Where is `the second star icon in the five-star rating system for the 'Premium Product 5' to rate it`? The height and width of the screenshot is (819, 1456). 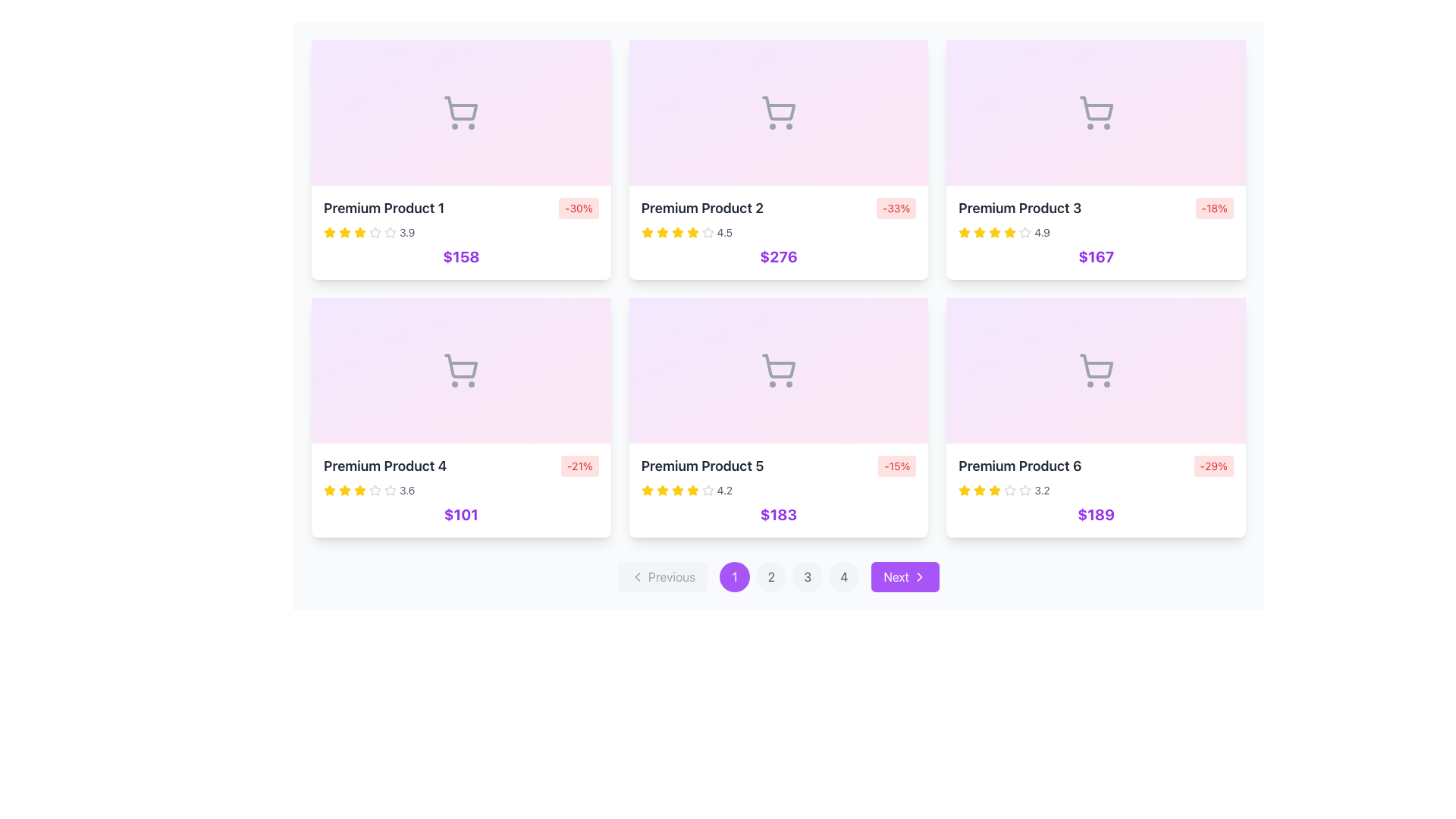 the second star icon in the five-star rating system for the 'Premium Product 5' to rate it is located at coordinates (647, 490).